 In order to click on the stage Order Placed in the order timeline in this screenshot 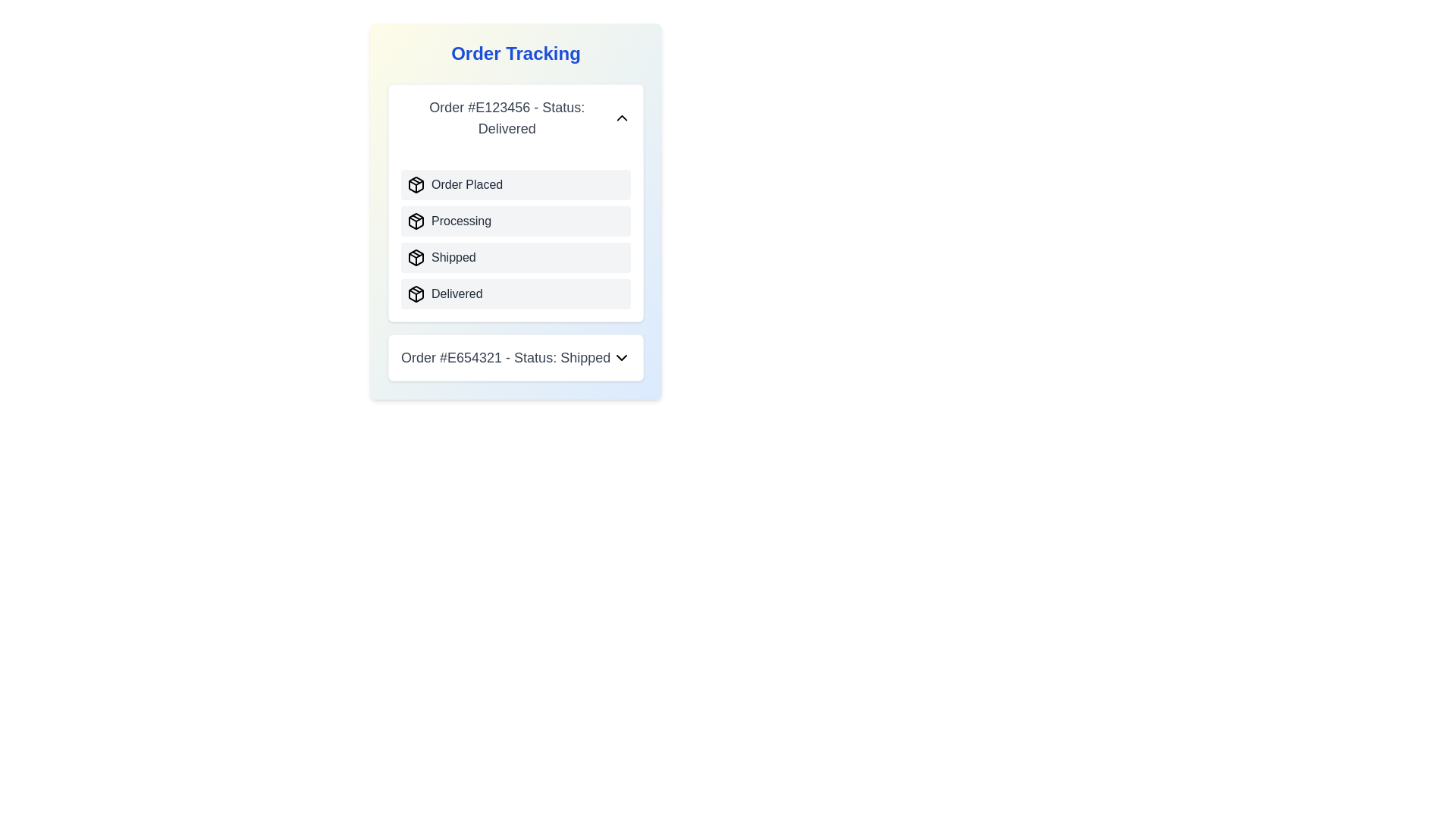, I will do `click(416, 184)`.